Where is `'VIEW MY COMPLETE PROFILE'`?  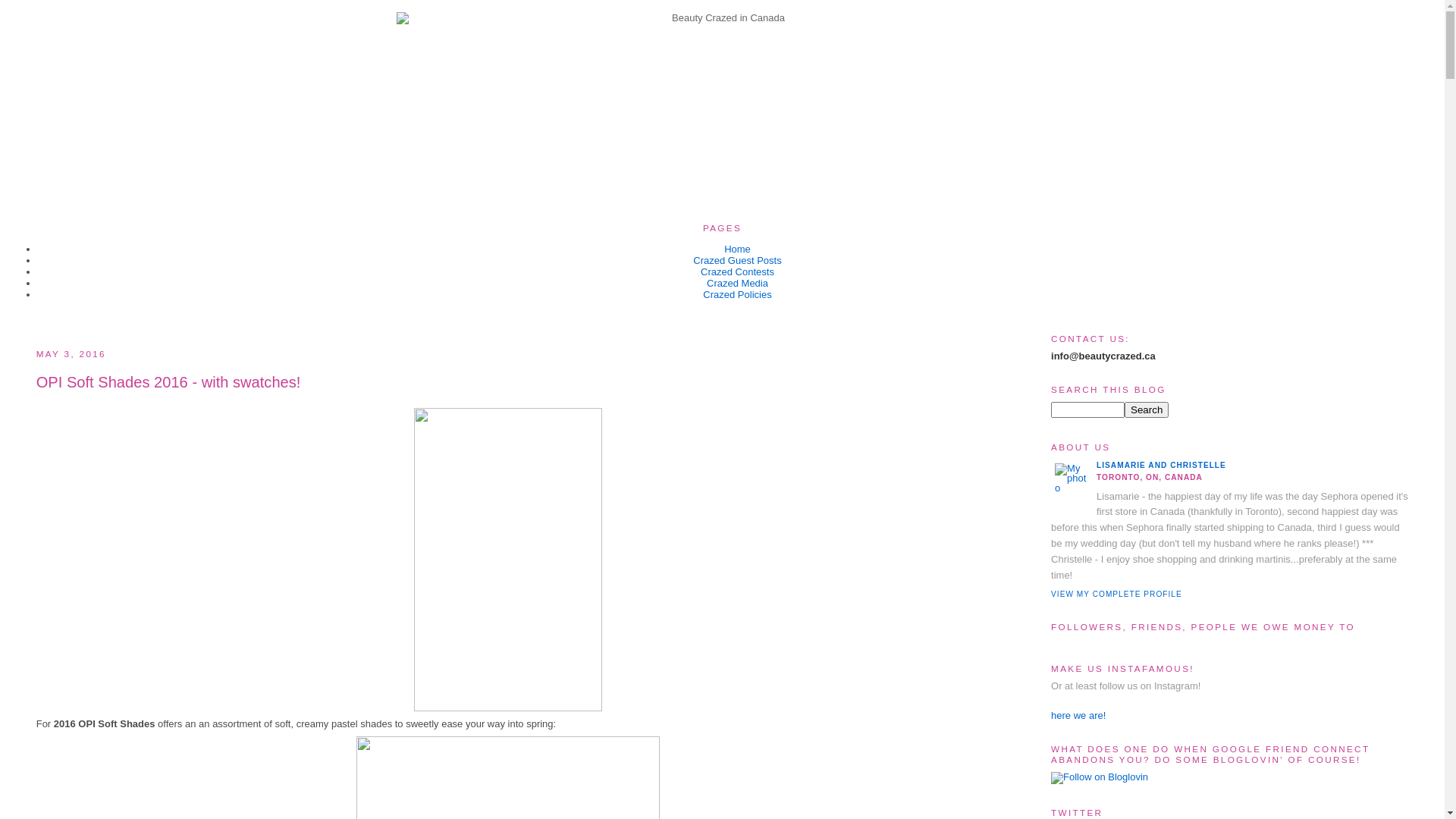 'VIEW MY COMPLETE PROFILE' is located at coordinates (1050, 593).